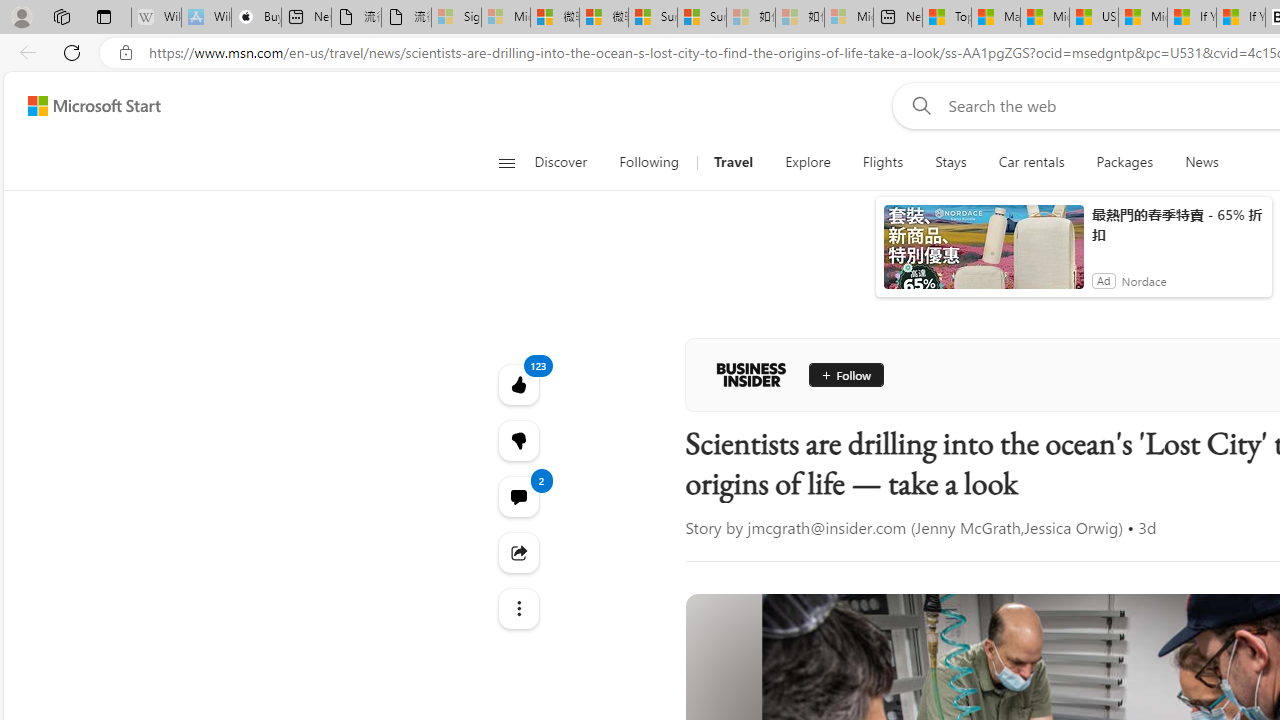 Image resolution: width=1280 pixels, height=720 pixels. I want to click on 'Business Insider', so click(750, 375).